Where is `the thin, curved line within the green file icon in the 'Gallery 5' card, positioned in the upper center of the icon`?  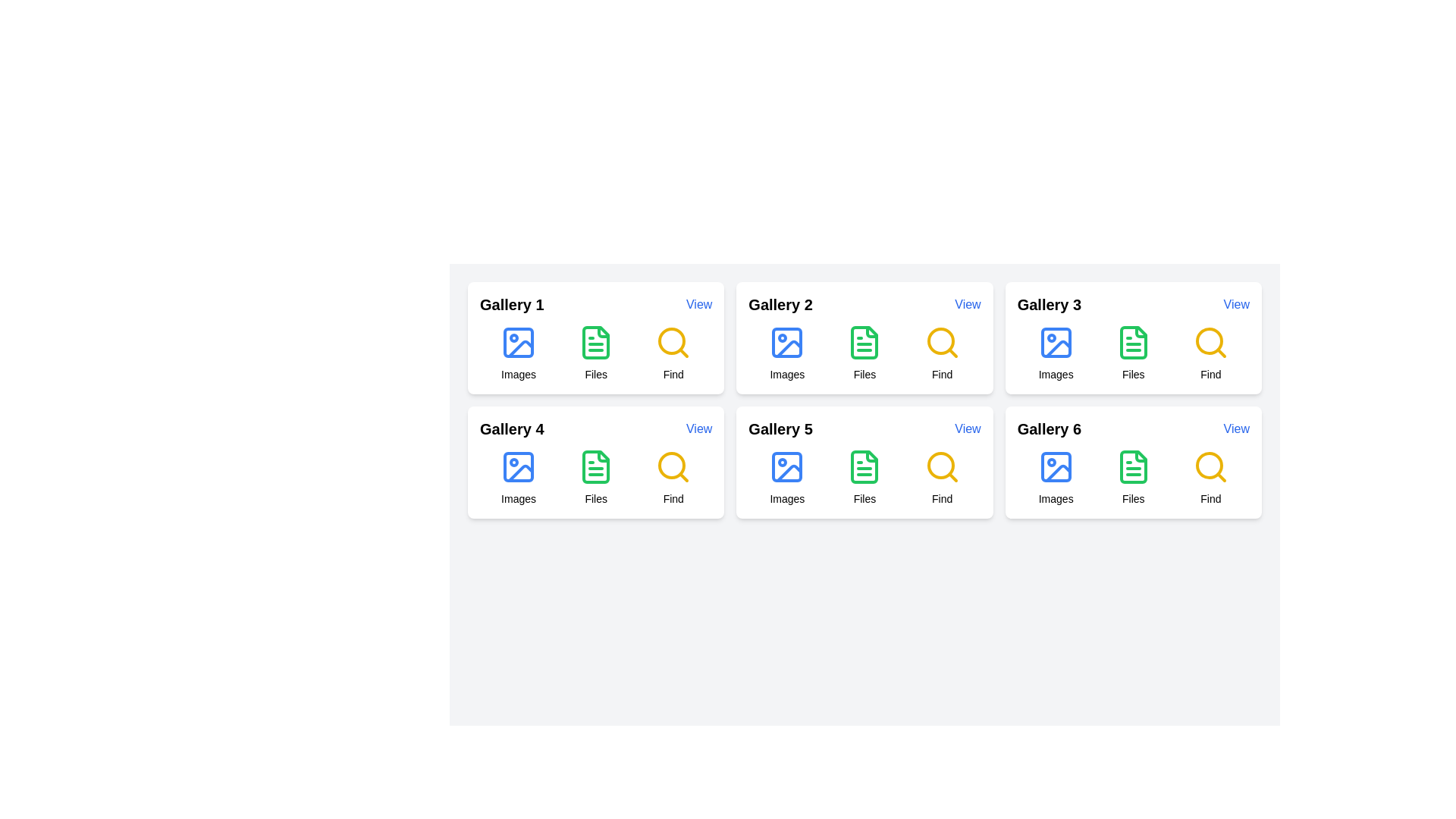
the thin, curved line within the green file icon in the 'Gallery 5' card, positioned in the upper center of the icon is located at coordinates (872, 455).